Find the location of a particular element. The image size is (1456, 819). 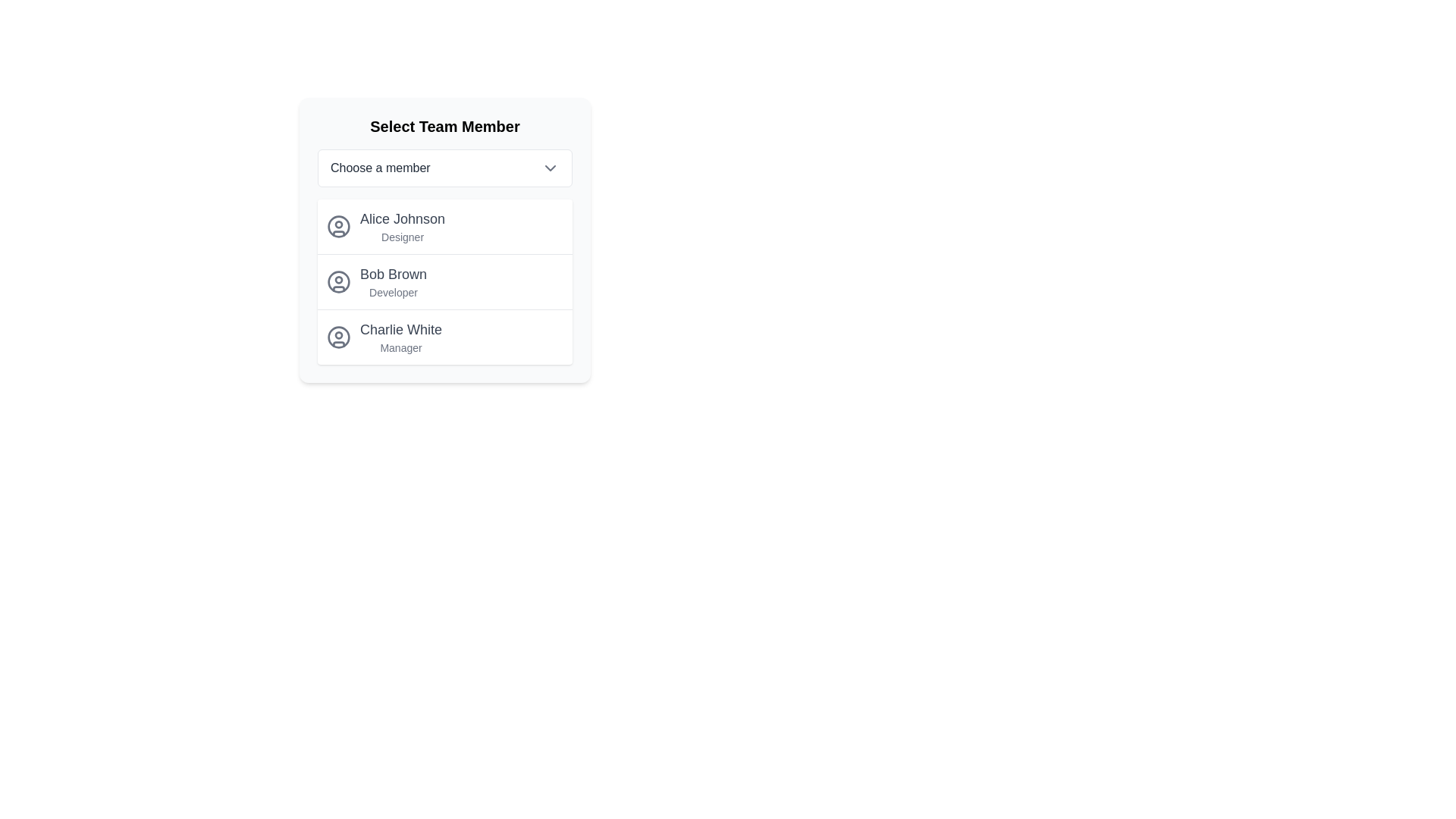

the outermost circular vector shape, which has a thick border, located to the left of the text 'Charlie White' is located at coordinates (337, 336).